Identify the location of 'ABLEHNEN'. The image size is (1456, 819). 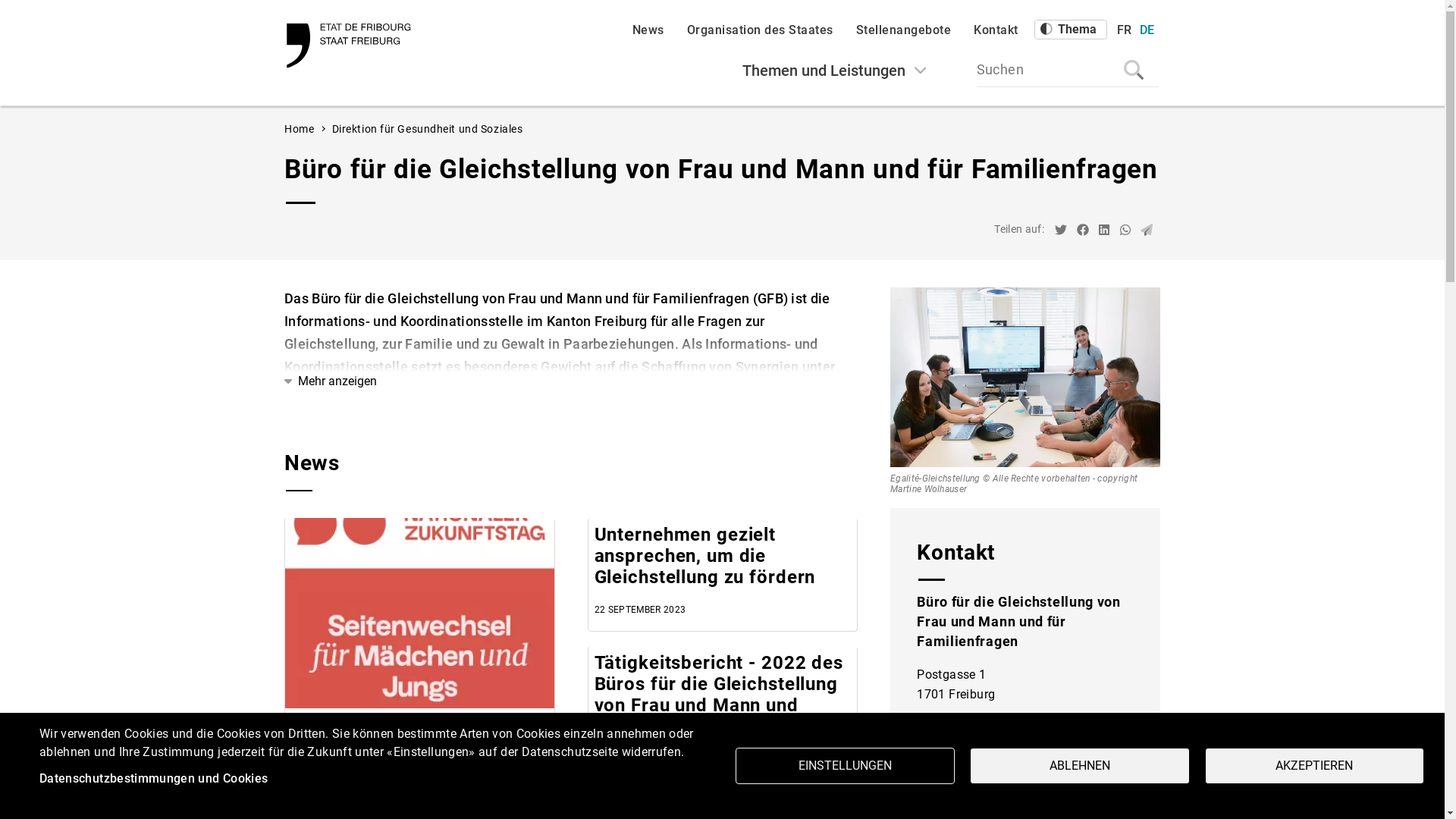
(968, 766).